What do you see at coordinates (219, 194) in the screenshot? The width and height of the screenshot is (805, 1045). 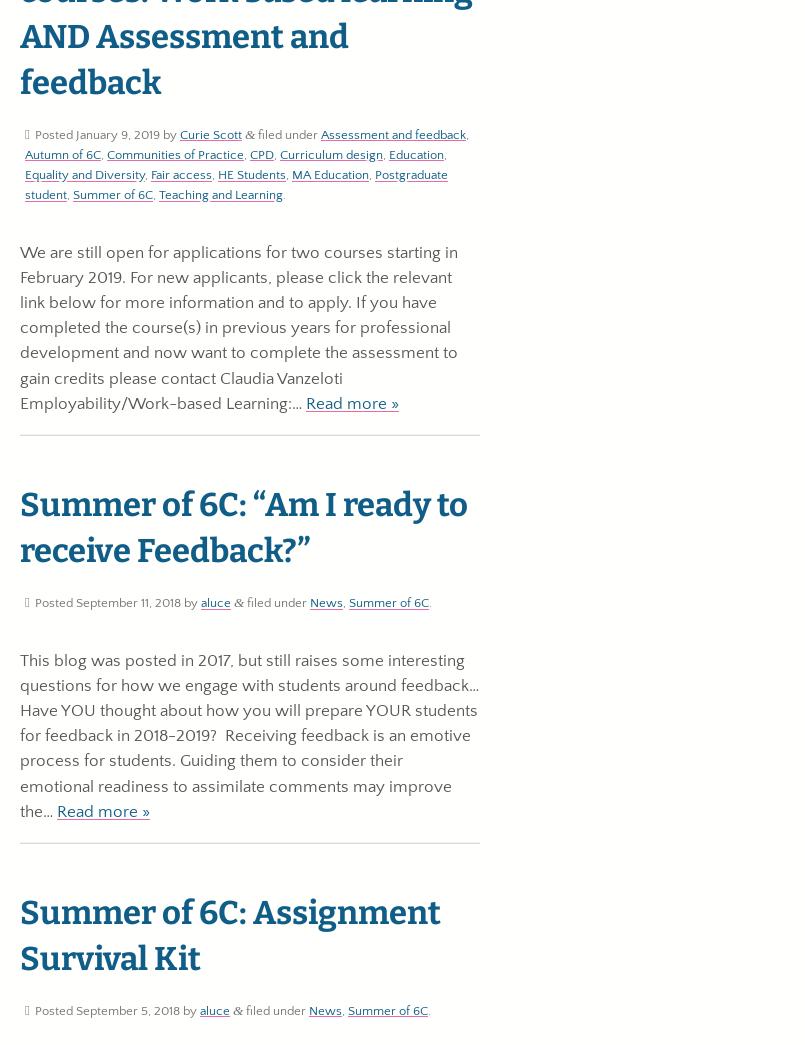 I see `'Teaching and Learning'` at bounding box center [219, 194].